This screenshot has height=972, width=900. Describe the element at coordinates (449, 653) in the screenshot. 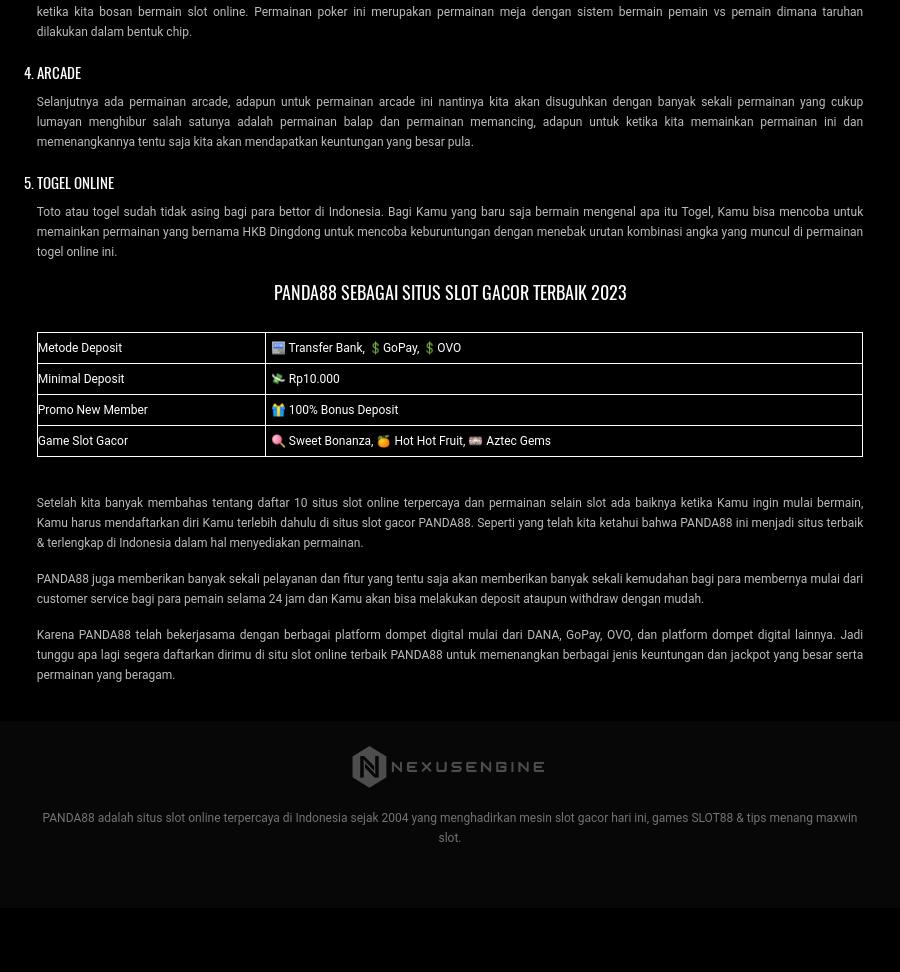

I see `'Karena PANDA88 telah bekerjasama dengan berbagai platform dompet digital mulai dari DANA, GoPay, OVO, dan platform dompet digital lainnya. Jadi tunggu apa lagi segera daftarkan dirimu di situ slot online terbaik PANDA88 untuk memenangkan berbagai jenis keuntungan dan jackpot yang besar serta permainan yang beragam.'` at that location.